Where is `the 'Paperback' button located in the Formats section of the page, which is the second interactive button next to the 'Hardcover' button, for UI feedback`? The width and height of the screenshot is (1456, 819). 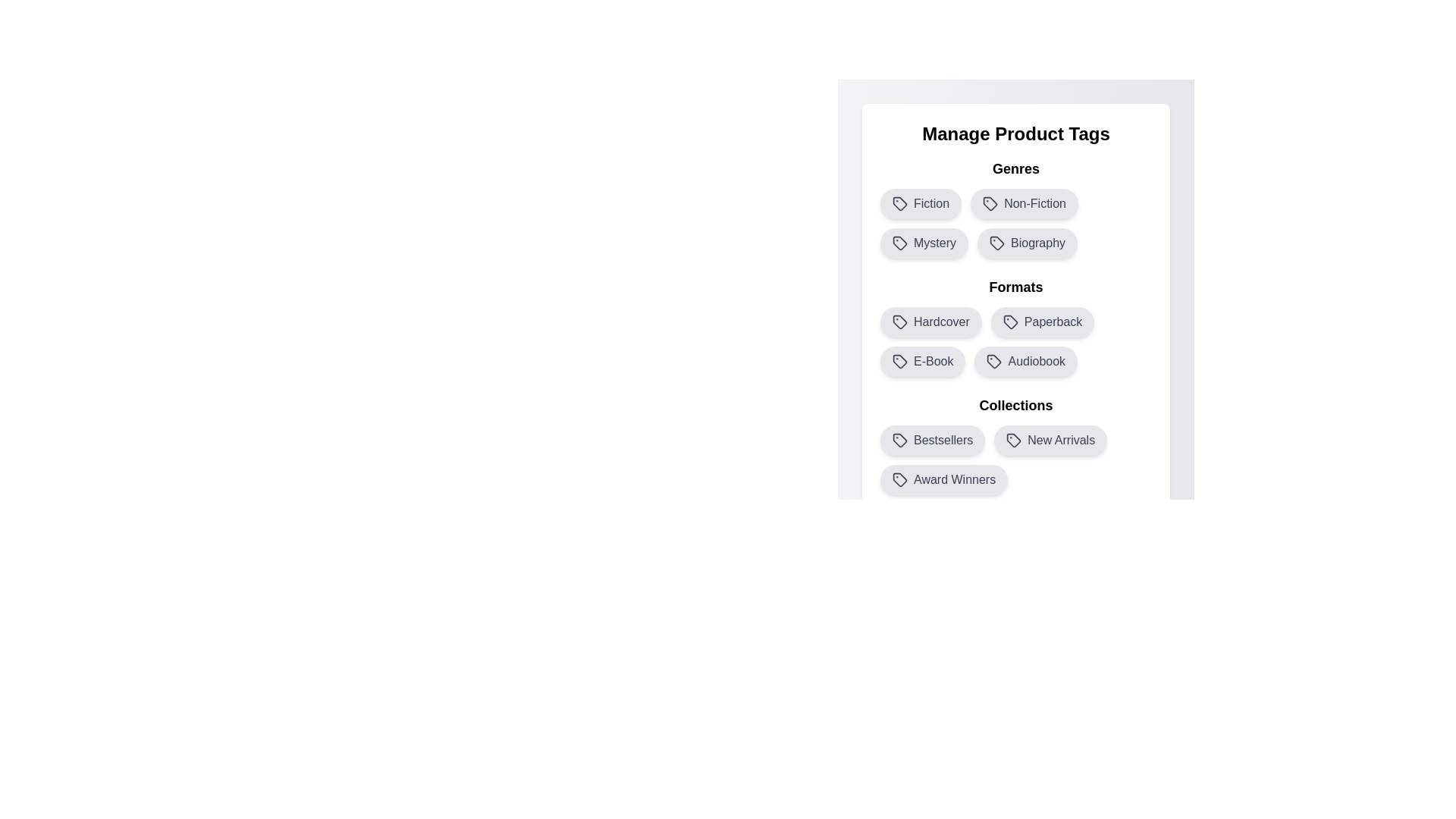 the 'Paperback' button located in the Formats section of the page, which is the second interactive button next to the 'Hardcover' button, for UI feedback is located at coordinates (1015, 326).